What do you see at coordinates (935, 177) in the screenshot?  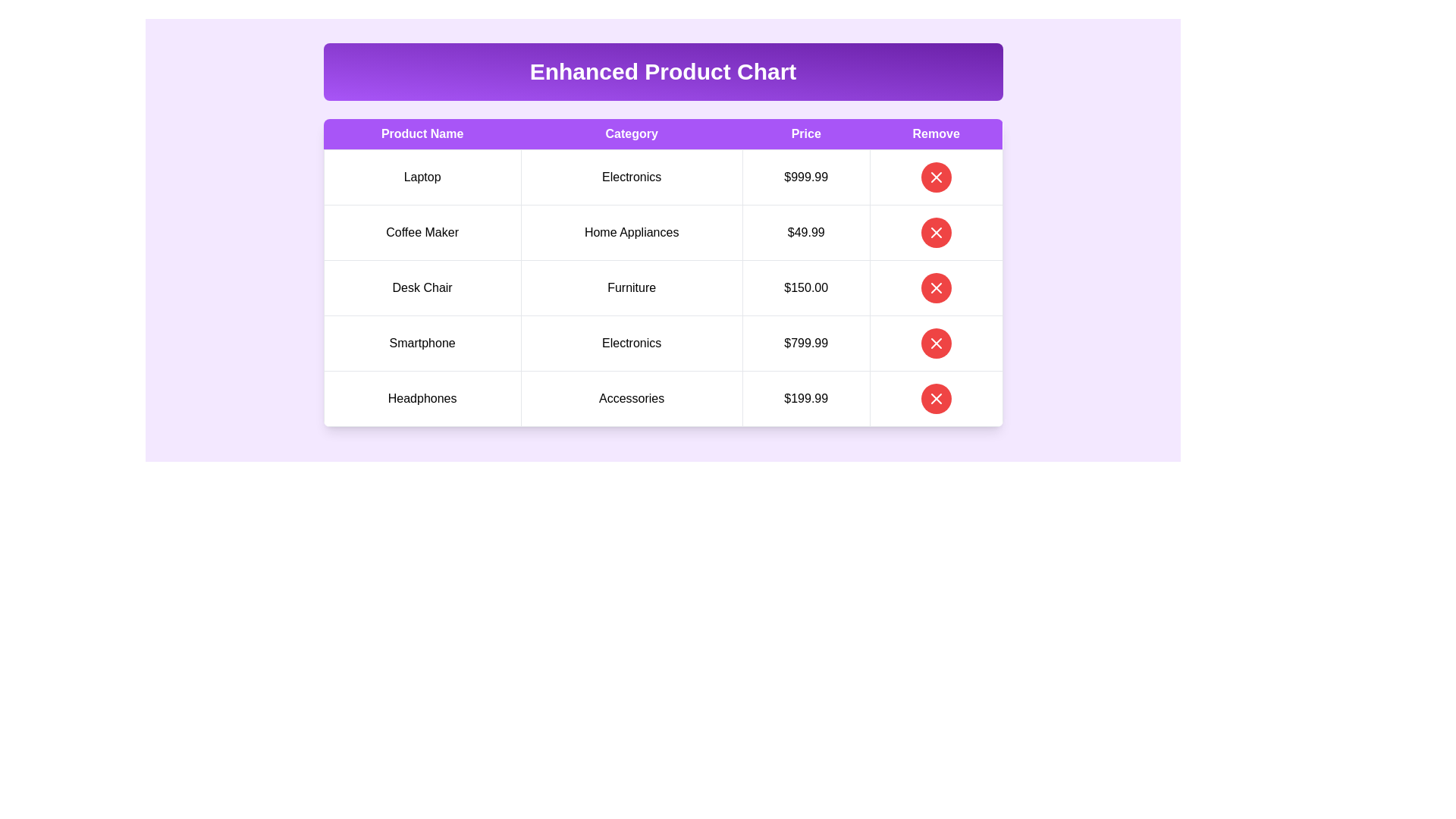 I see `the circular red button with a white 'X' in the top right corner of the product table` at bounding box center [935, 177].